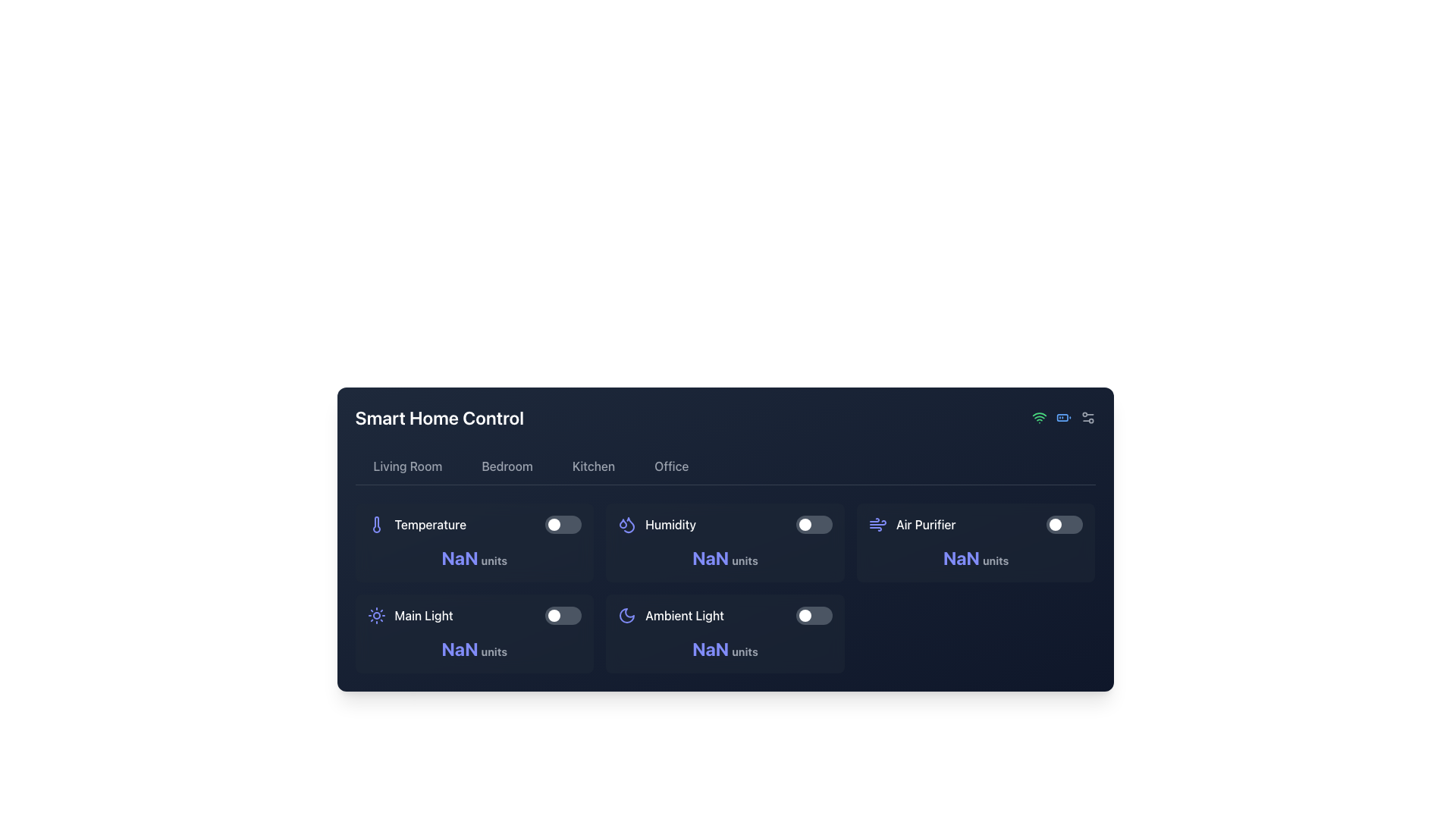  What do you see at coordinates (976, 523) in the screenshot?
I see `the toggle switch labeled 'Air Purifier' in the top-right corner of the control card to change its state` at bounding box center [976, 523].